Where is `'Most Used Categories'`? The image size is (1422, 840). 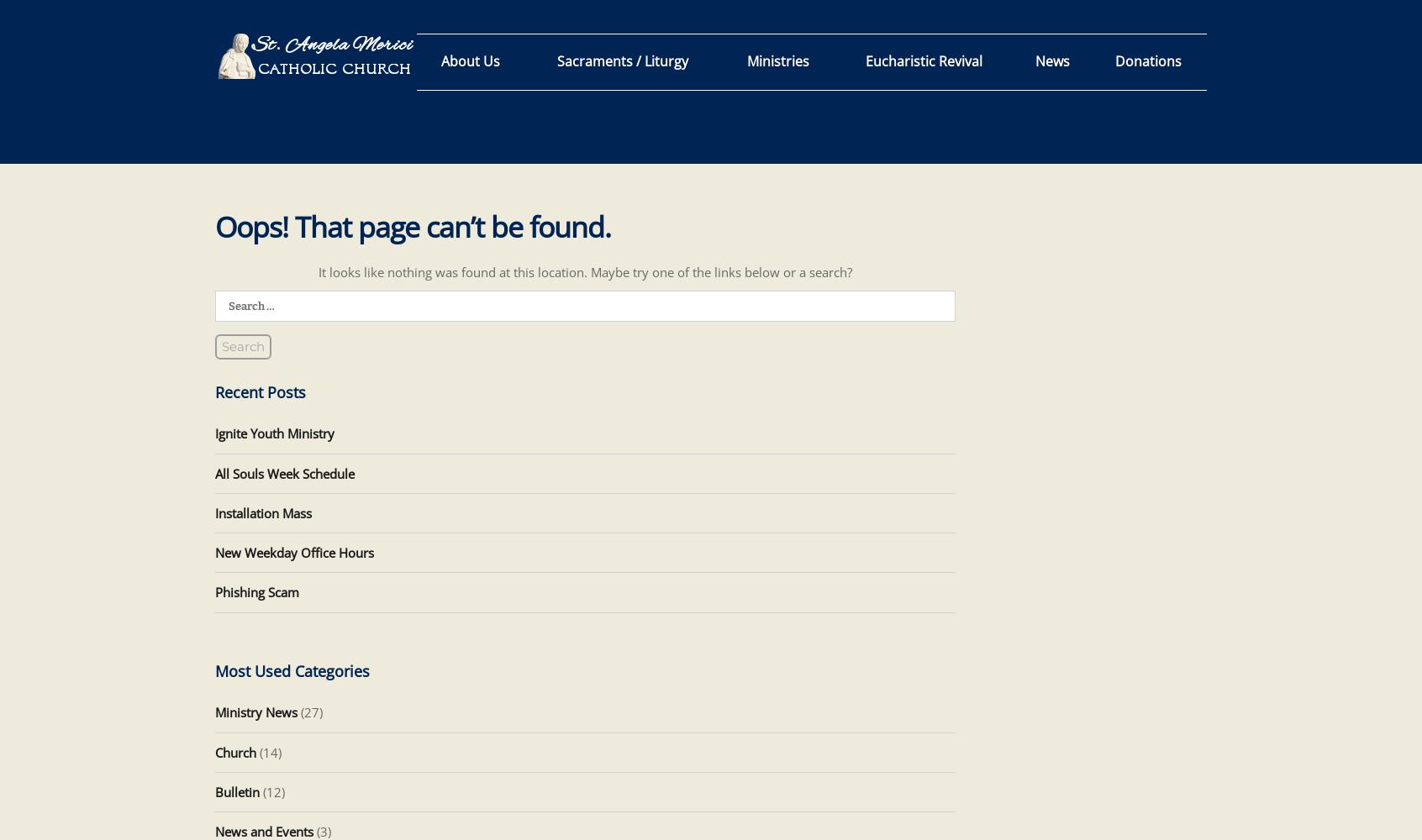 'Most Used Categories' is located at coordinates (291, 671).